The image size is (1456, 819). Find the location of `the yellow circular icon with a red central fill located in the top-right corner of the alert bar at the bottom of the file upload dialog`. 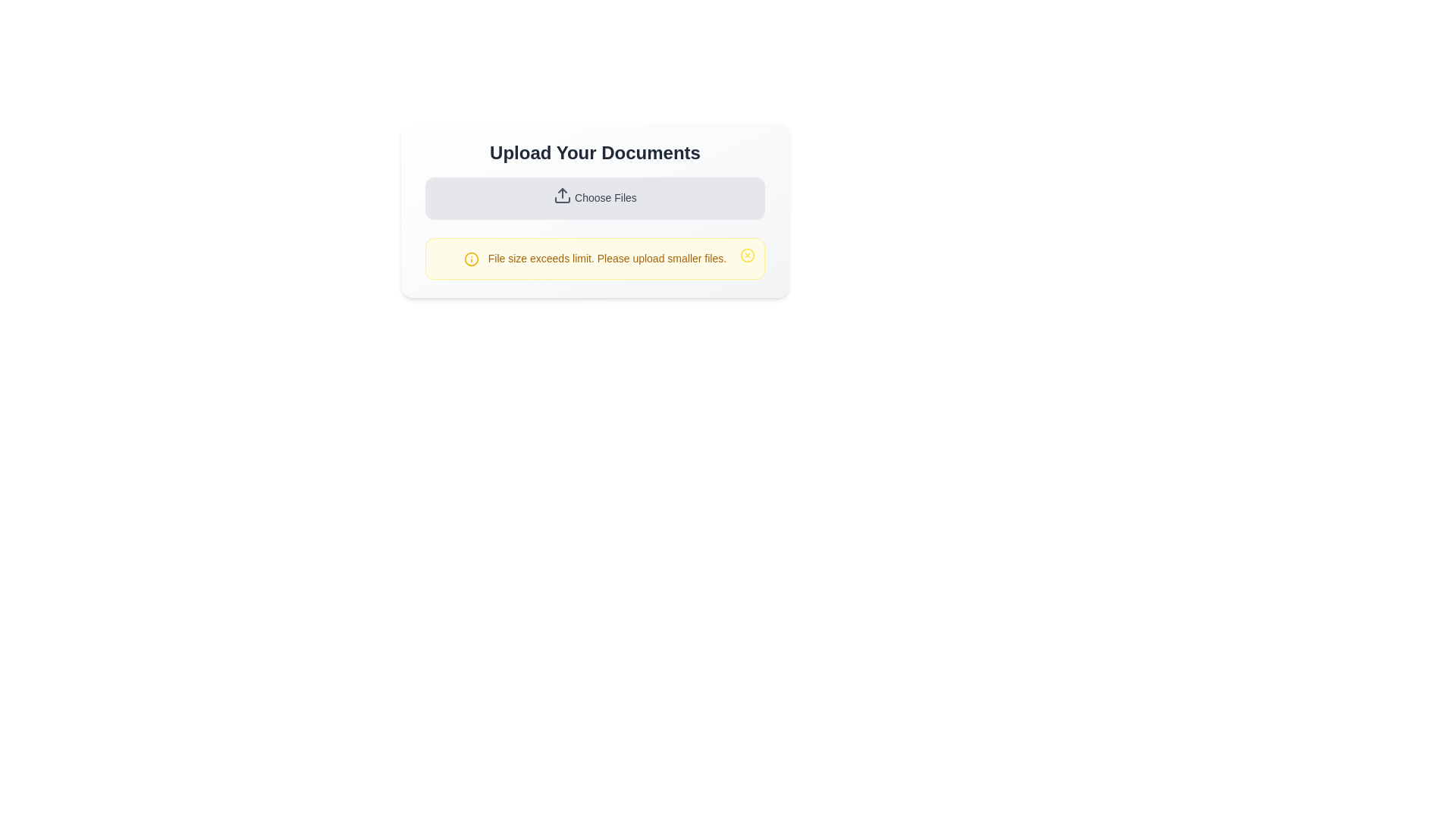

the yellow circular icon with a red central fill located in the top-right corner of the alert bar at the bottom of the file upload dialog is located at coordinates (747, 254).